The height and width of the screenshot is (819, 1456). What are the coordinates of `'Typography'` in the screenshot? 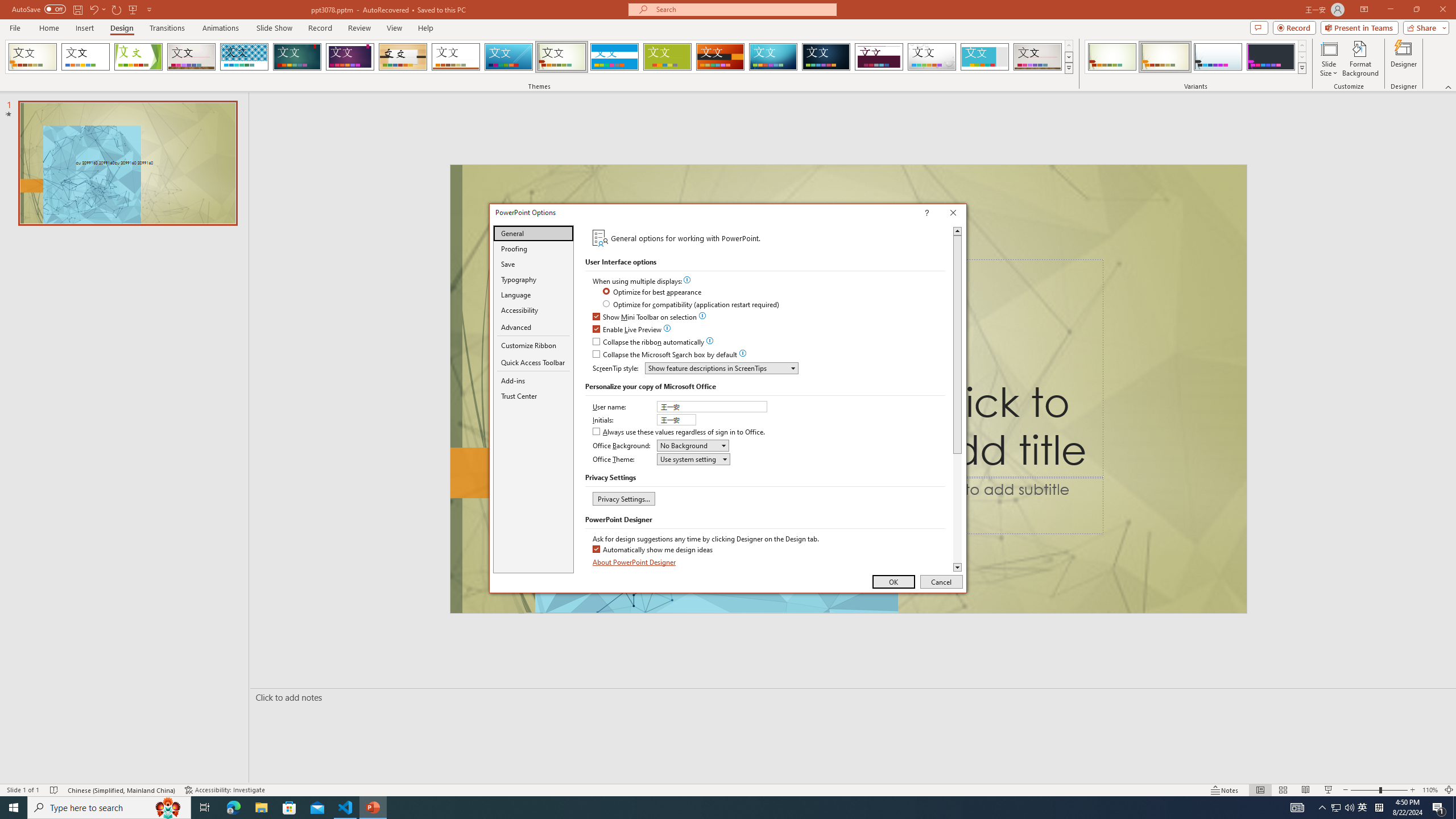 It's located at (533, 279).